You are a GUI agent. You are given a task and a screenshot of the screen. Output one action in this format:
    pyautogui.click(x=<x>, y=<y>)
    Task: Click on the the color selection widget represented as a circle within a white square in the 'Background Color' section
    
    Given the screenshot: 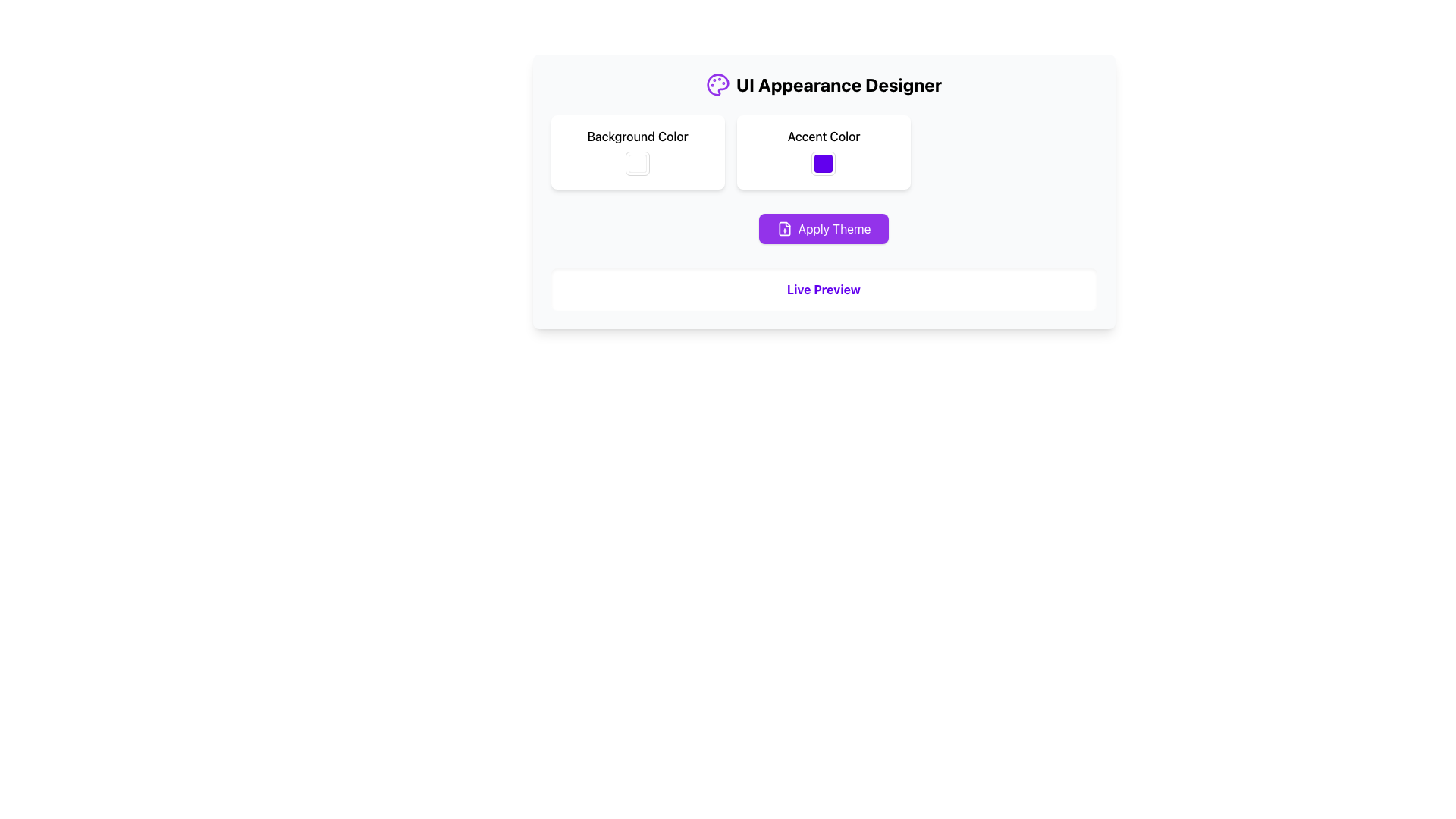 What is the action you would take?
    pyautogui.click(x=638, y=164)
    